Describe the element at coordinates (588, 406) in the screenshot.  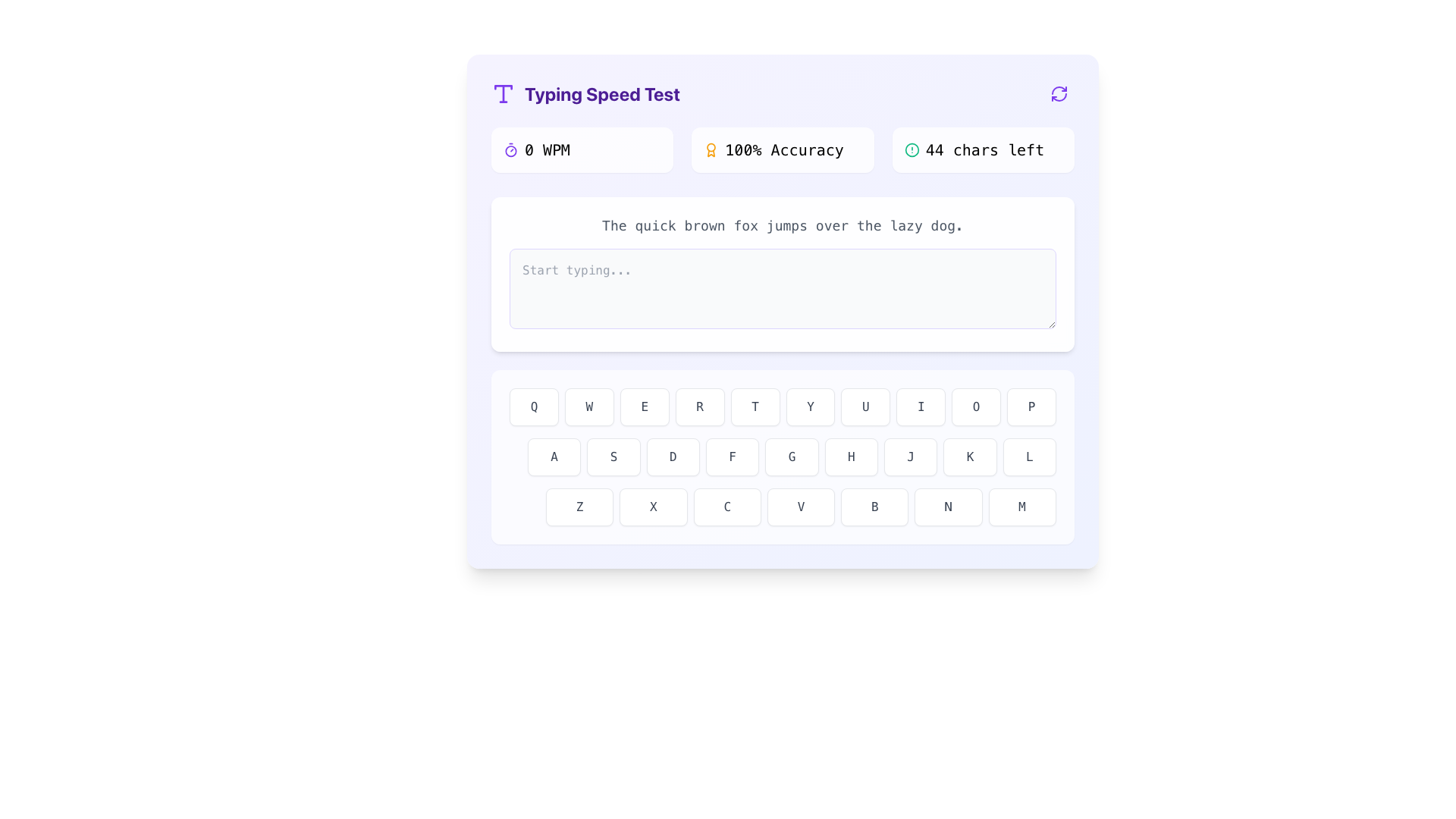
I see `the 'W' key on the virtual keyboard to simulate typing 'W'` at that location.